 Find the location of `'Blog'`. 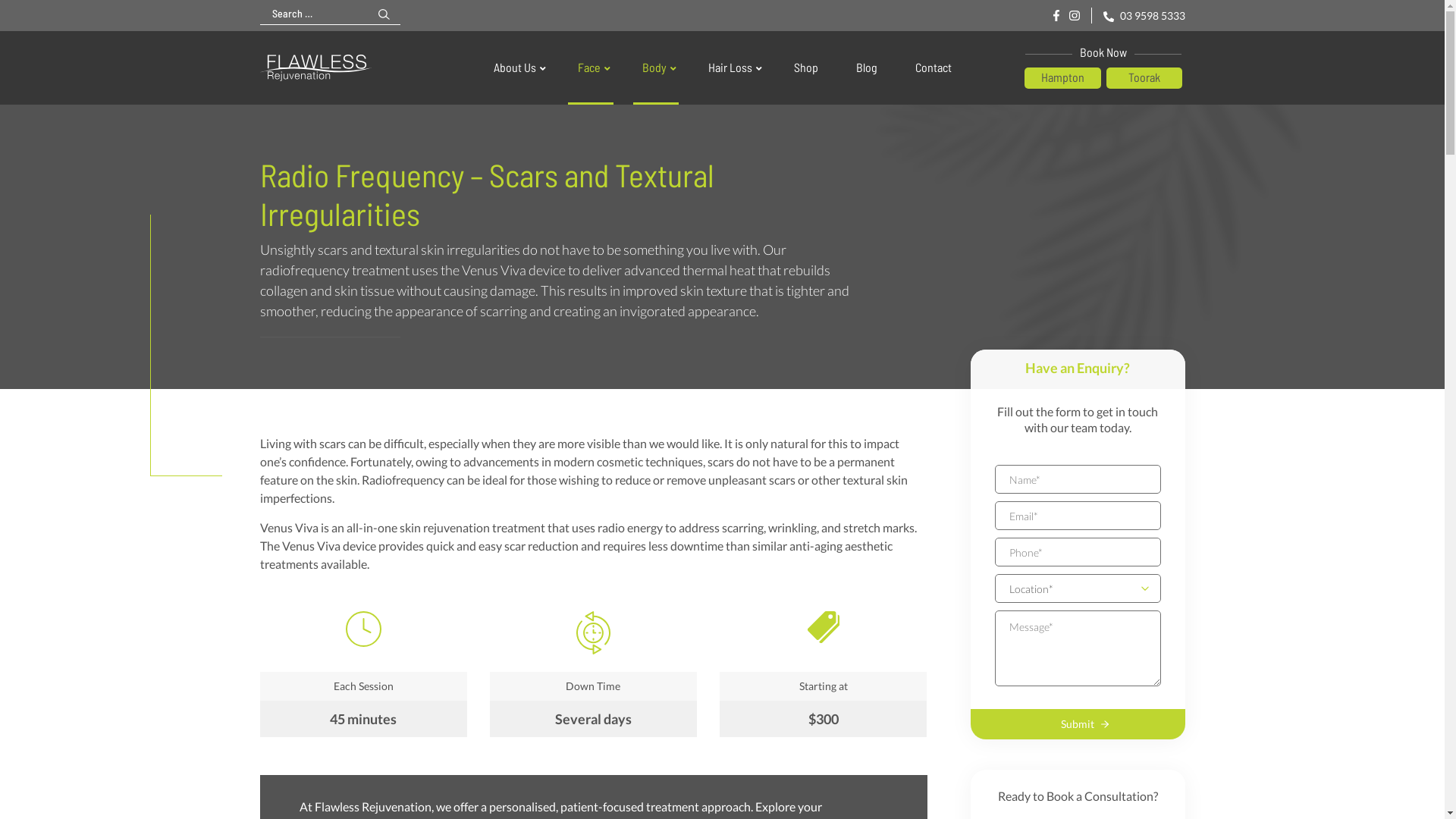

'Blog' is located at coordinates (866, 67).